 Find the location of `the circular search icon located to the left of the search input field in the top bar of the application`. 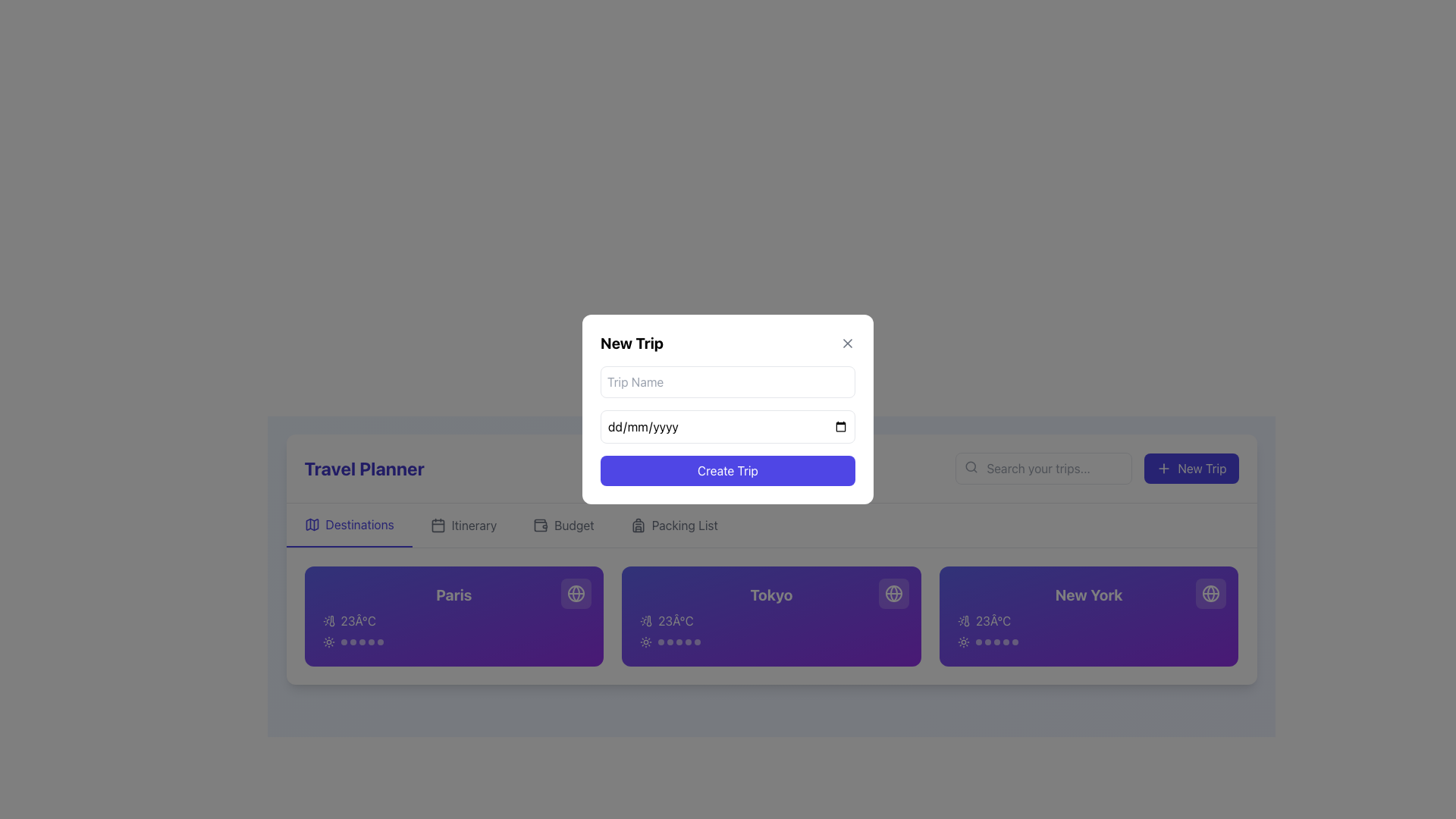

the circular search icon located to the left of the search input field in the top bar of the application is located at coordinates (971, 466).